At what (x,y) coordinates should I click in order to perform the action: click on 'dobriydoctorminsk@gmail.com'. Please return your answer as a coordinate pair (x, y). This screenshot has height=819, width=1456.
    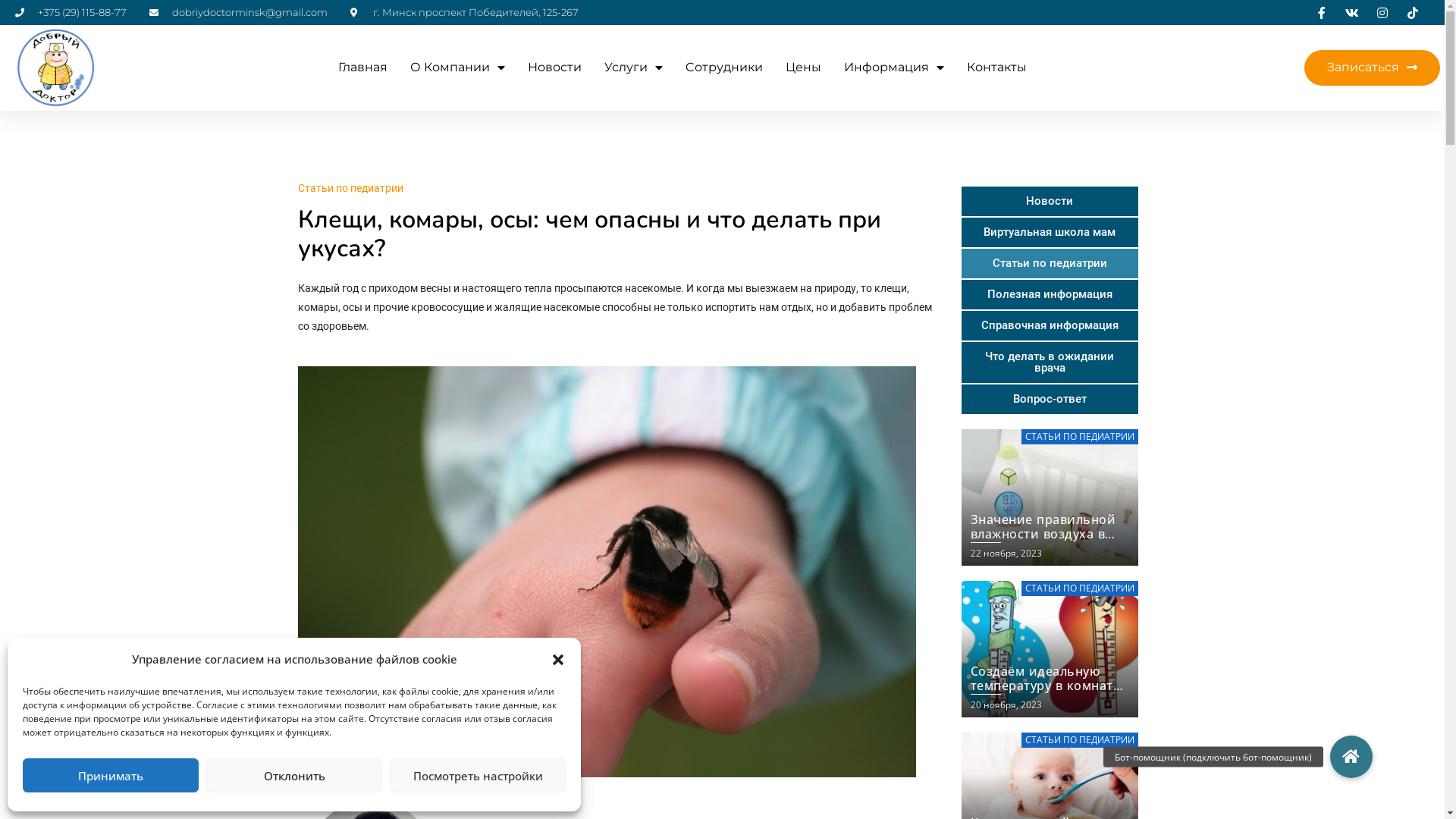
    Looking at the image, I should click on (237, 12).